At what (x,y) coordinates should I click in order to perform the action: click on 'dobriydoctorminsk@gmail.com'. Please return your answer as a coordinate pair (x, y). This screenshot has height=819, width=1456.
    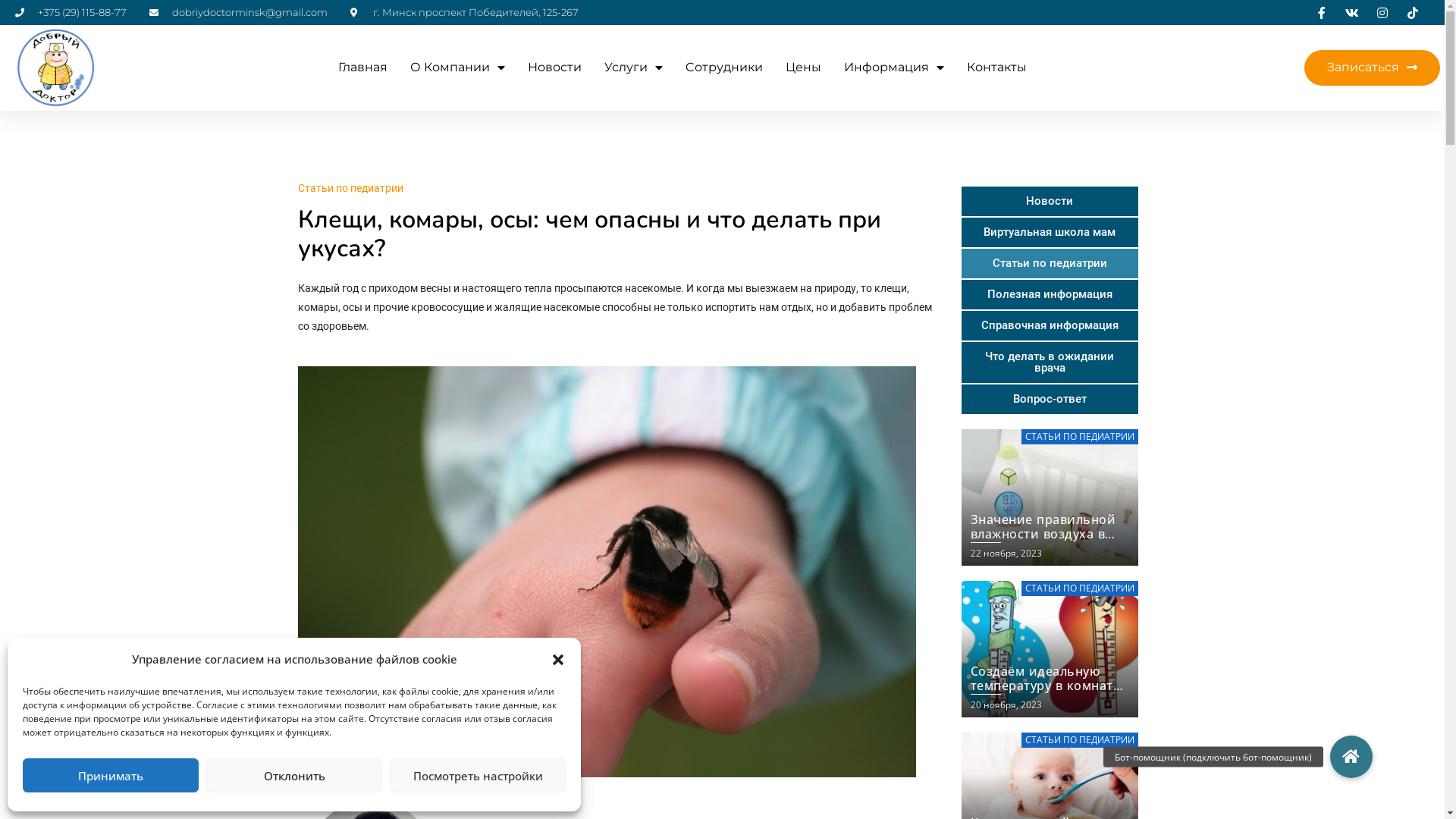
    Looking at the image, I should click on (237, 12).